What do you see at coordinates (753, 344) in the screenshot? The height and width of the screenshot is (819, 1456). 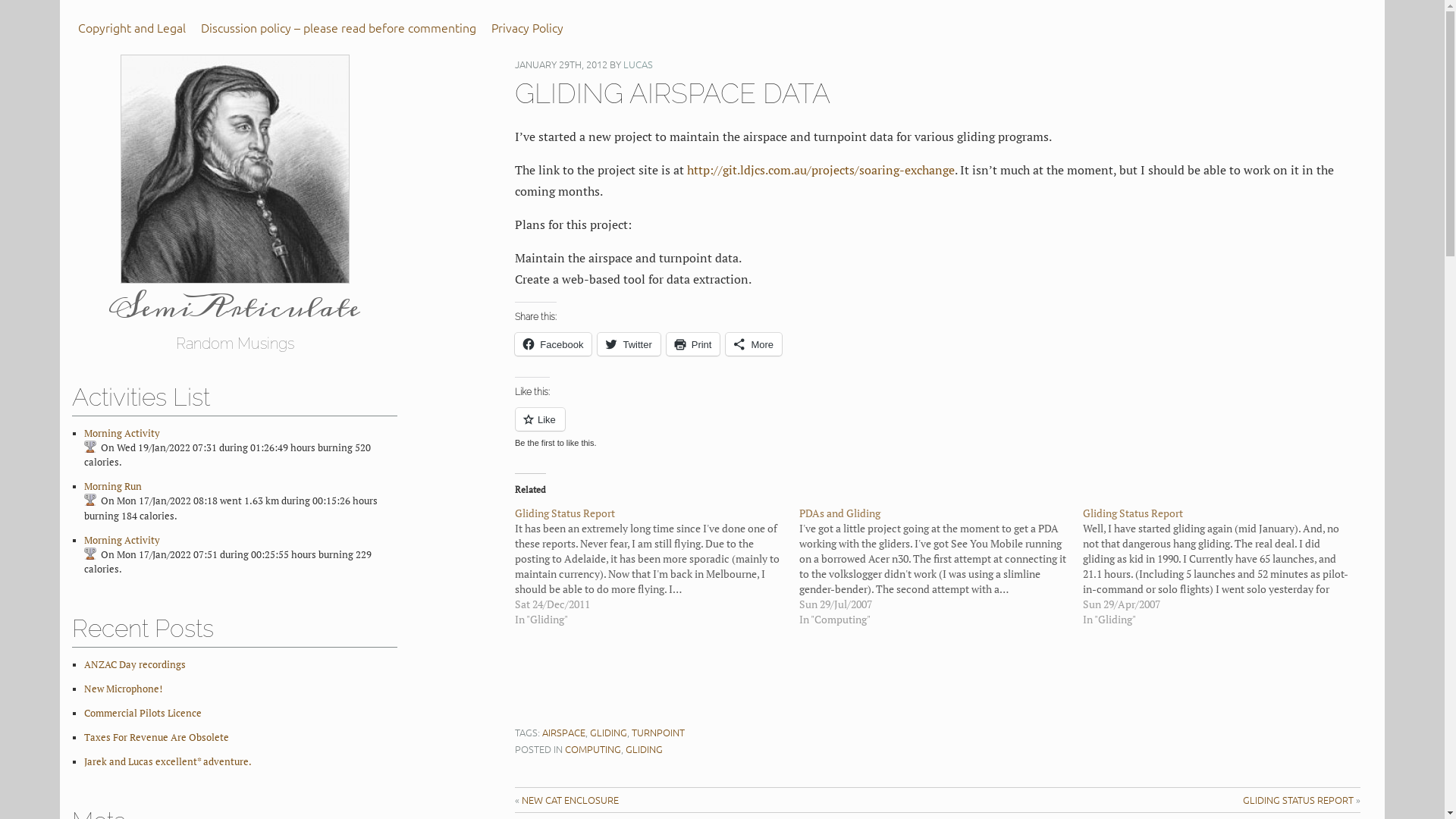 I see `'More'` at bounding box center [753, 344].